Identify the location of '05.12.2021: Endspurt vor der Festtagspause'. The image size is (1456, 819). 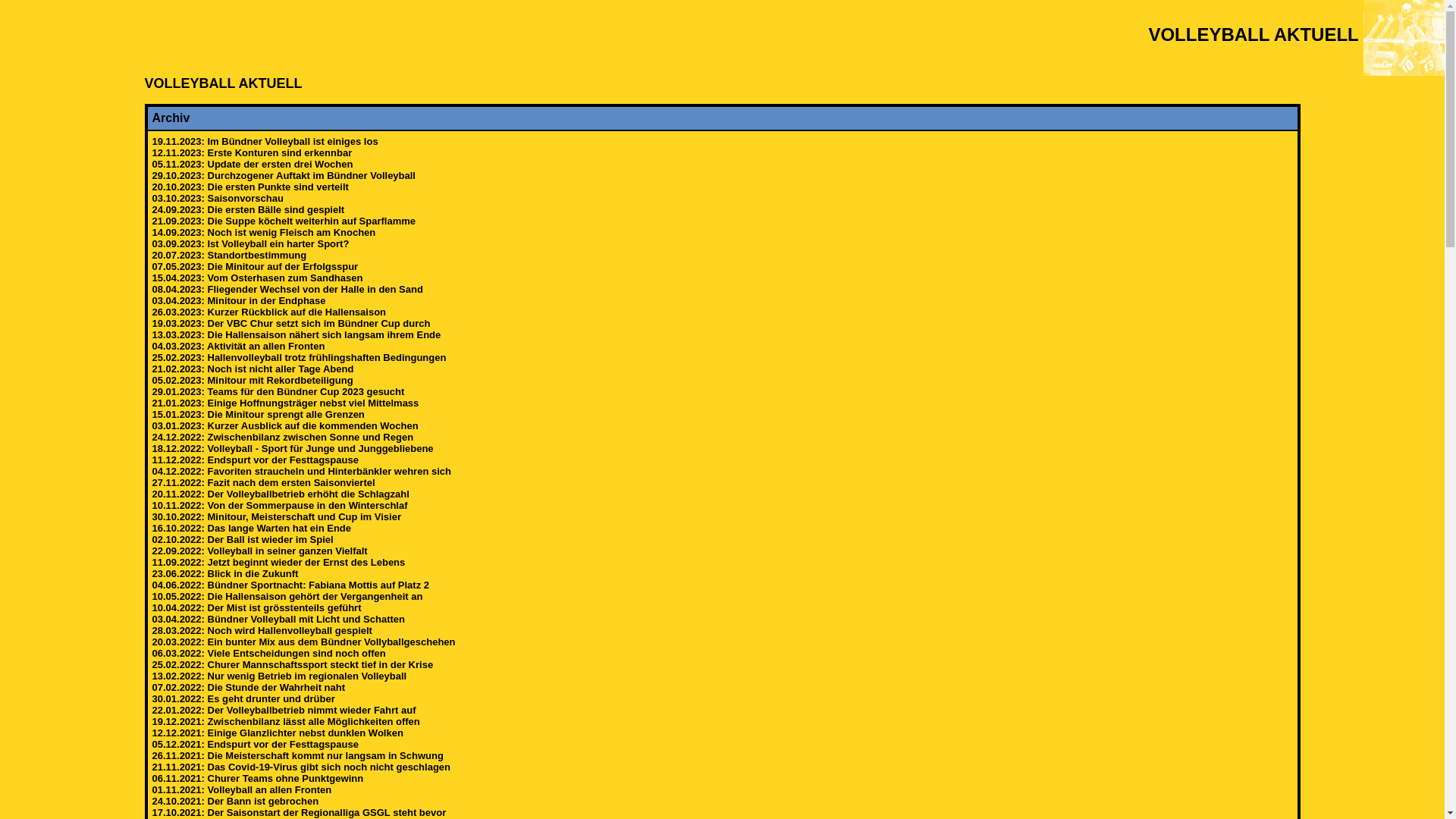
(255, 743).